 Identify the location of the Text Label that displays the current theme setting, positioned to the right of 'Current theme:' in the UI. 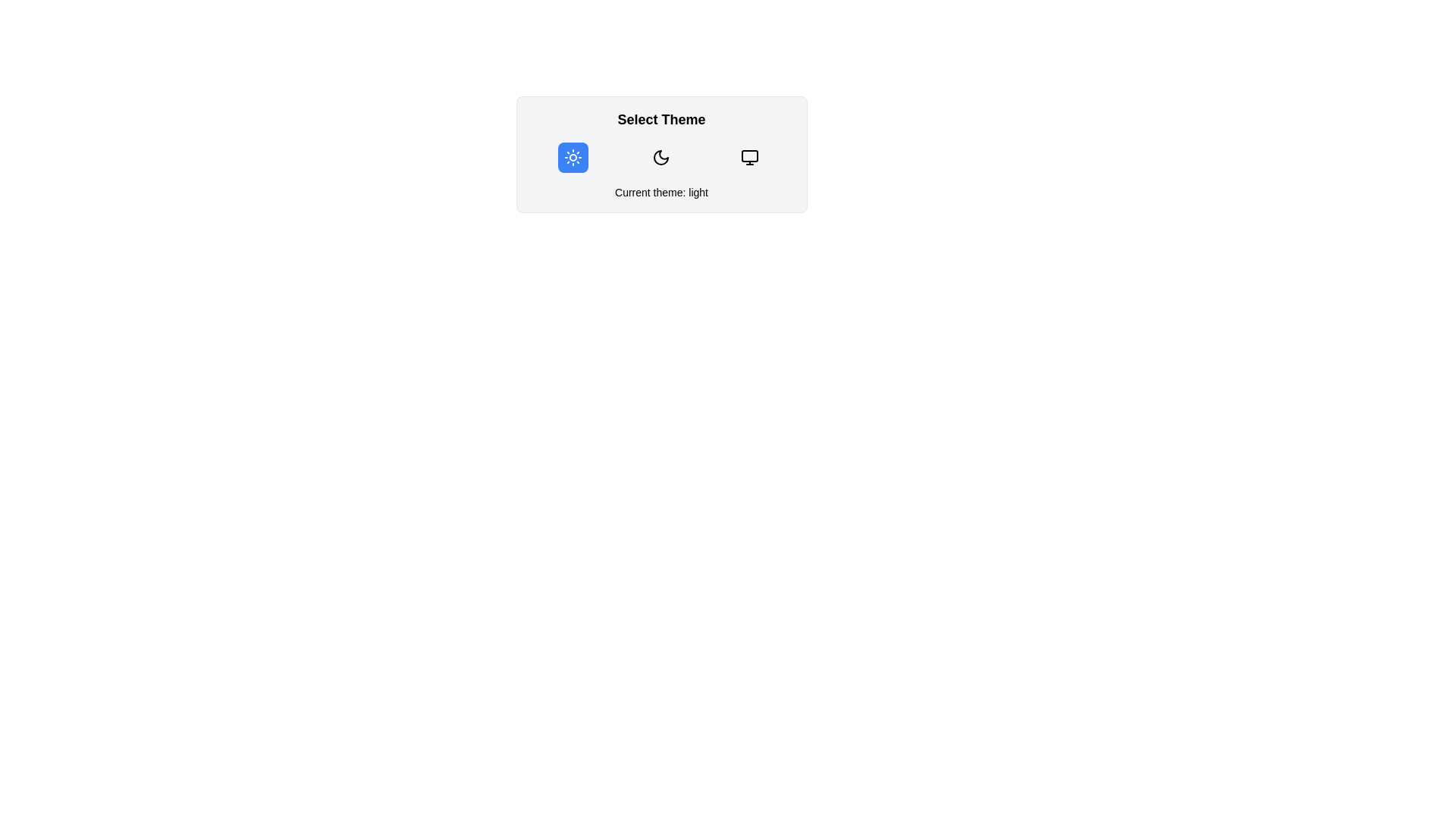
(698, 192).